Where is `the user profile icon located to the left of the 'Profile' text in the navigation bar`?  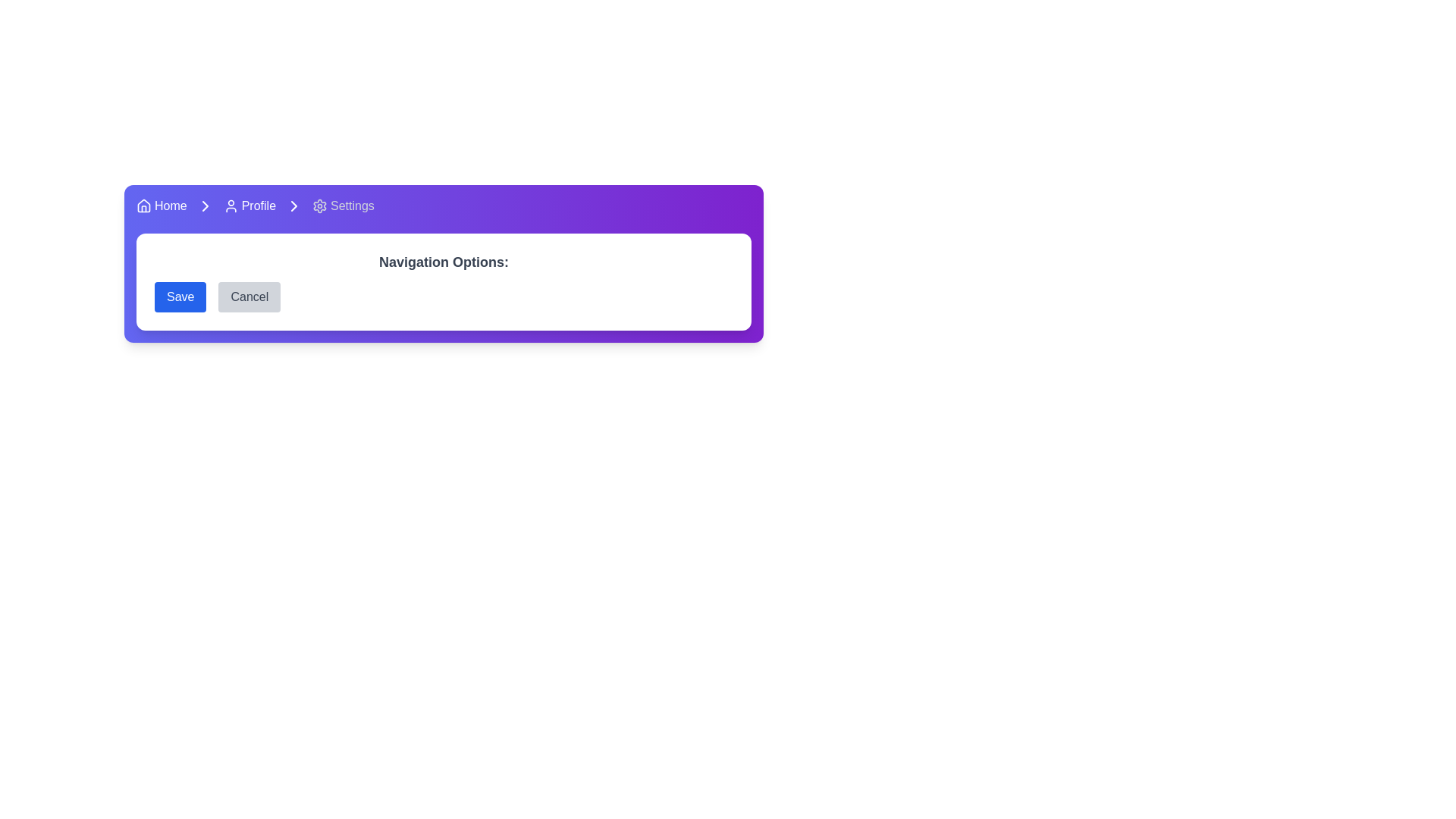 the user profile icon located to the left of the 'Profile' text in the navigation bar is located at coordinates (230, 206).